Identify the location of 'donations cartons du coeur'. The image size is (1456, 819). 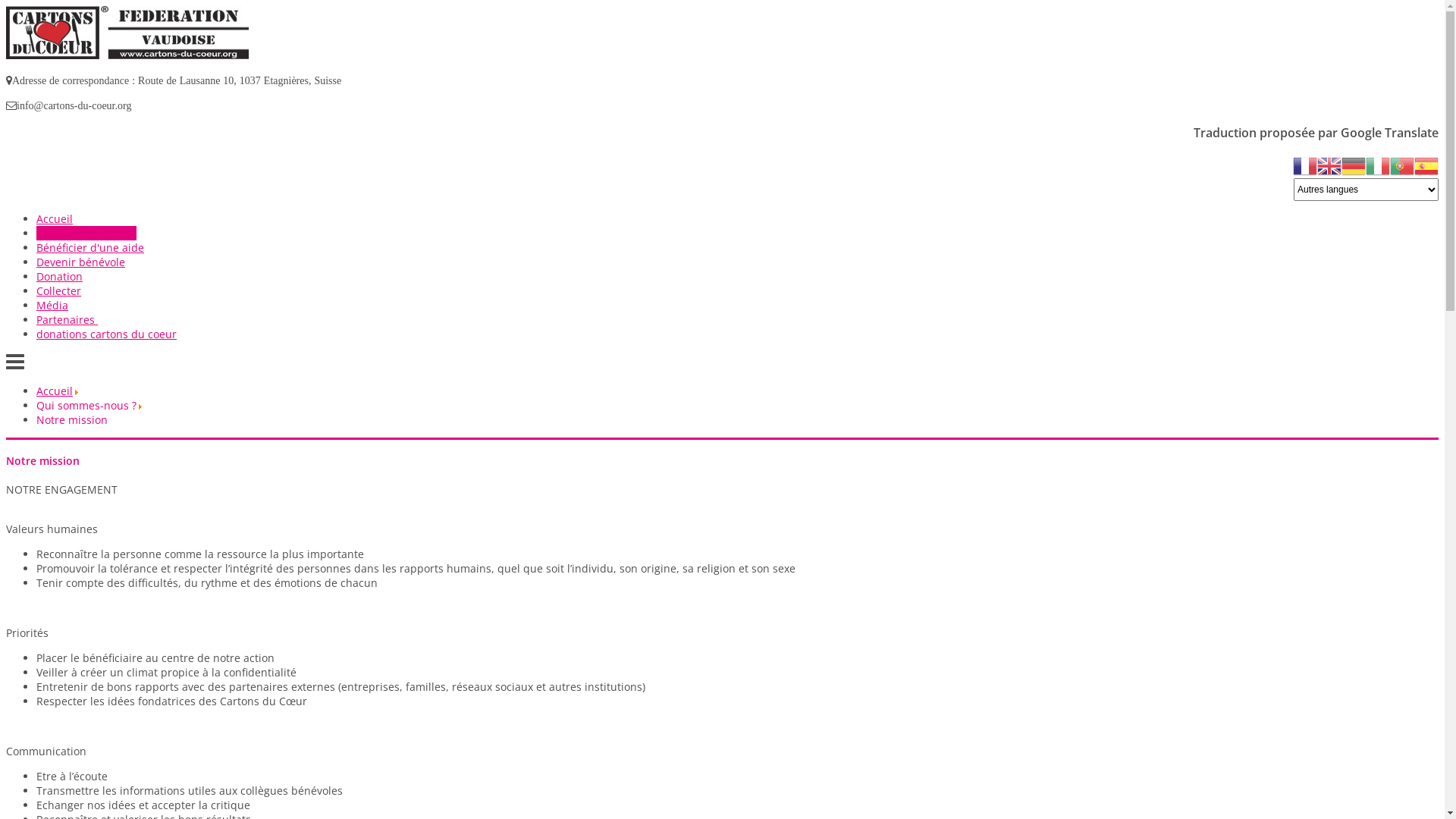
(105, 333).